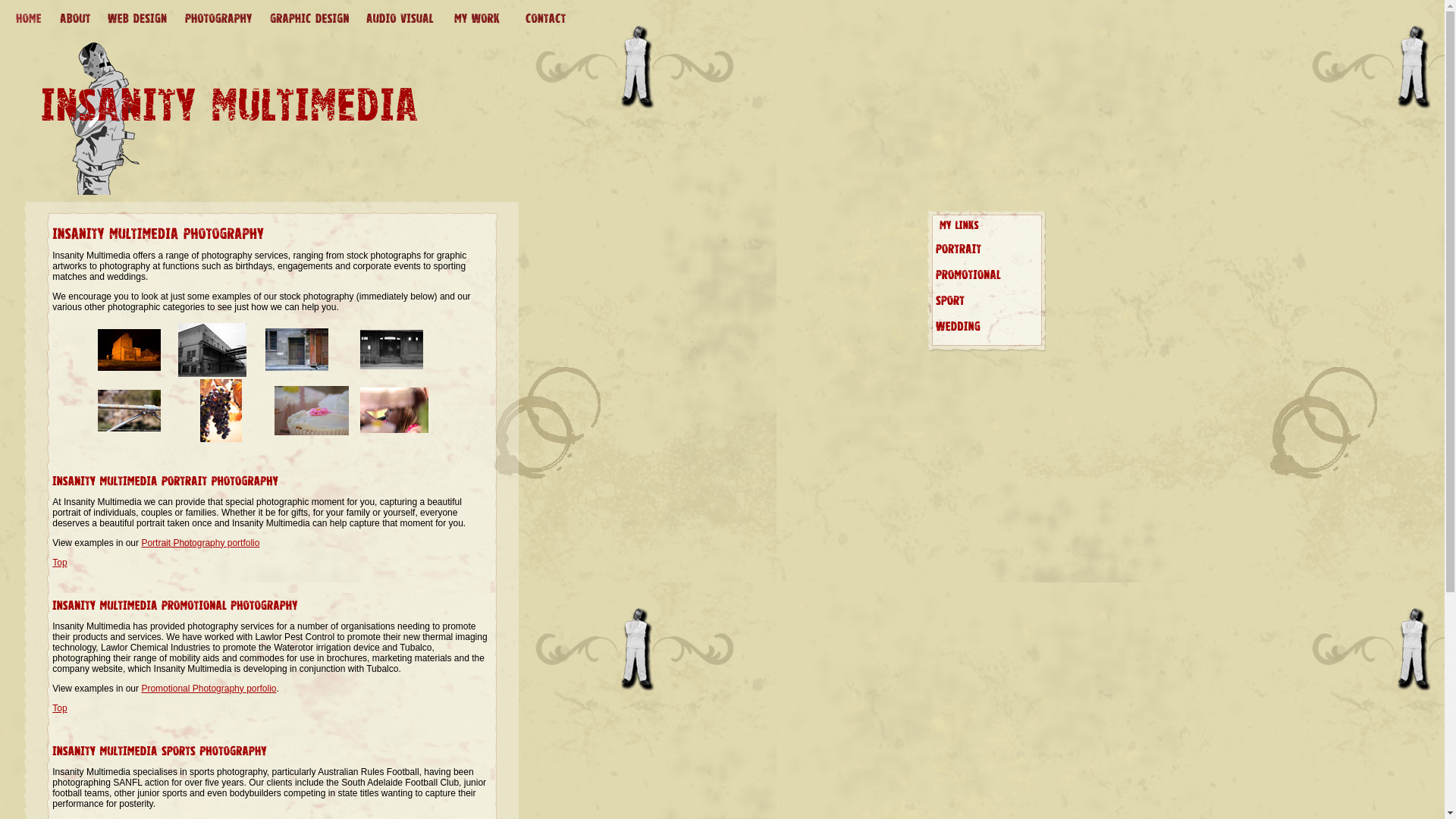 Image resolution: width=1456 pixels, height=819 pixels. Describe the element at coordinates (211, 374) in the screenshot. I see `'Adelaide Woolstores'` at that location.